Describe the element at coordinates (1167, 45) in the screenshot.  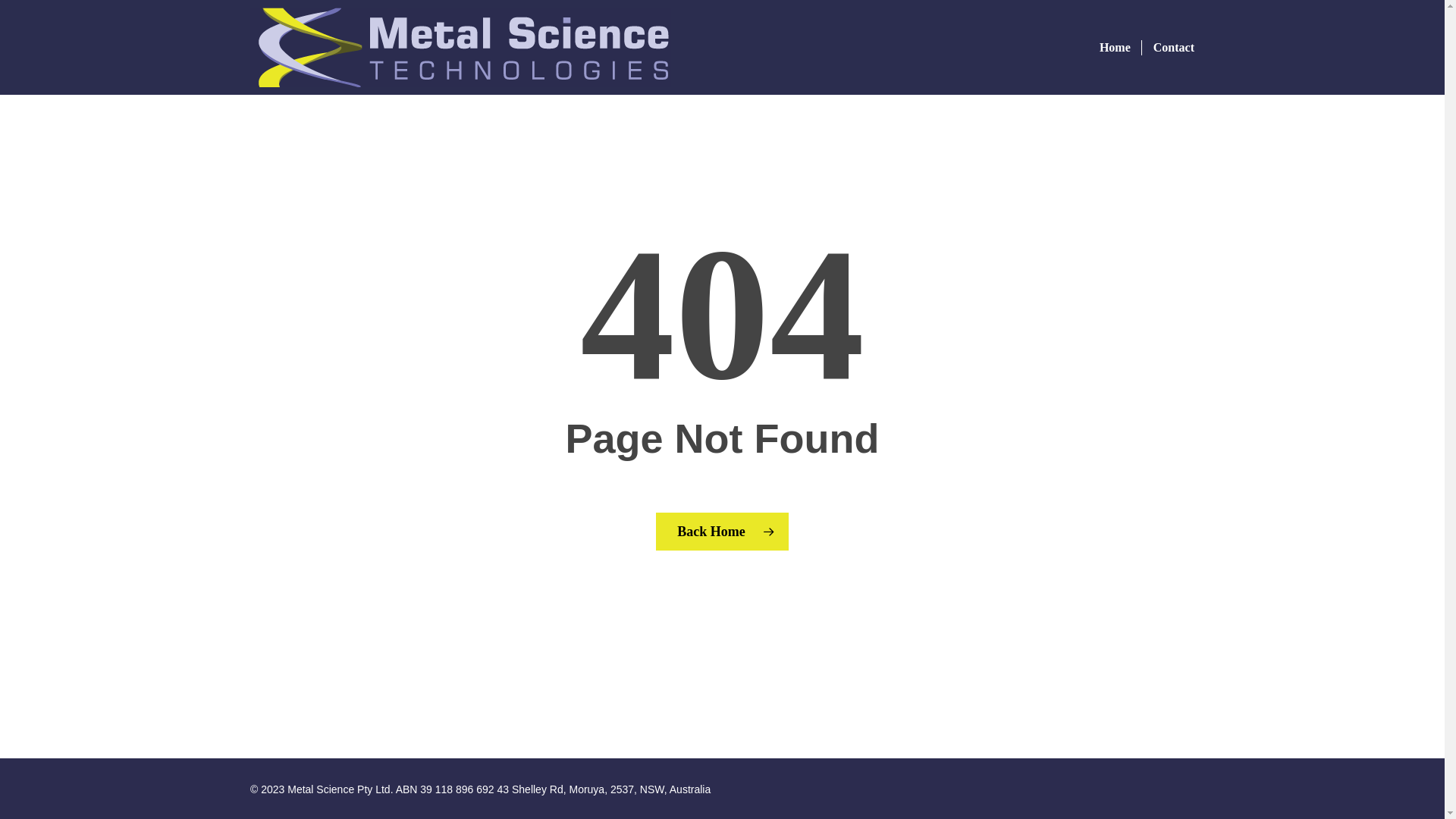
I see `'Contact'` at that location.